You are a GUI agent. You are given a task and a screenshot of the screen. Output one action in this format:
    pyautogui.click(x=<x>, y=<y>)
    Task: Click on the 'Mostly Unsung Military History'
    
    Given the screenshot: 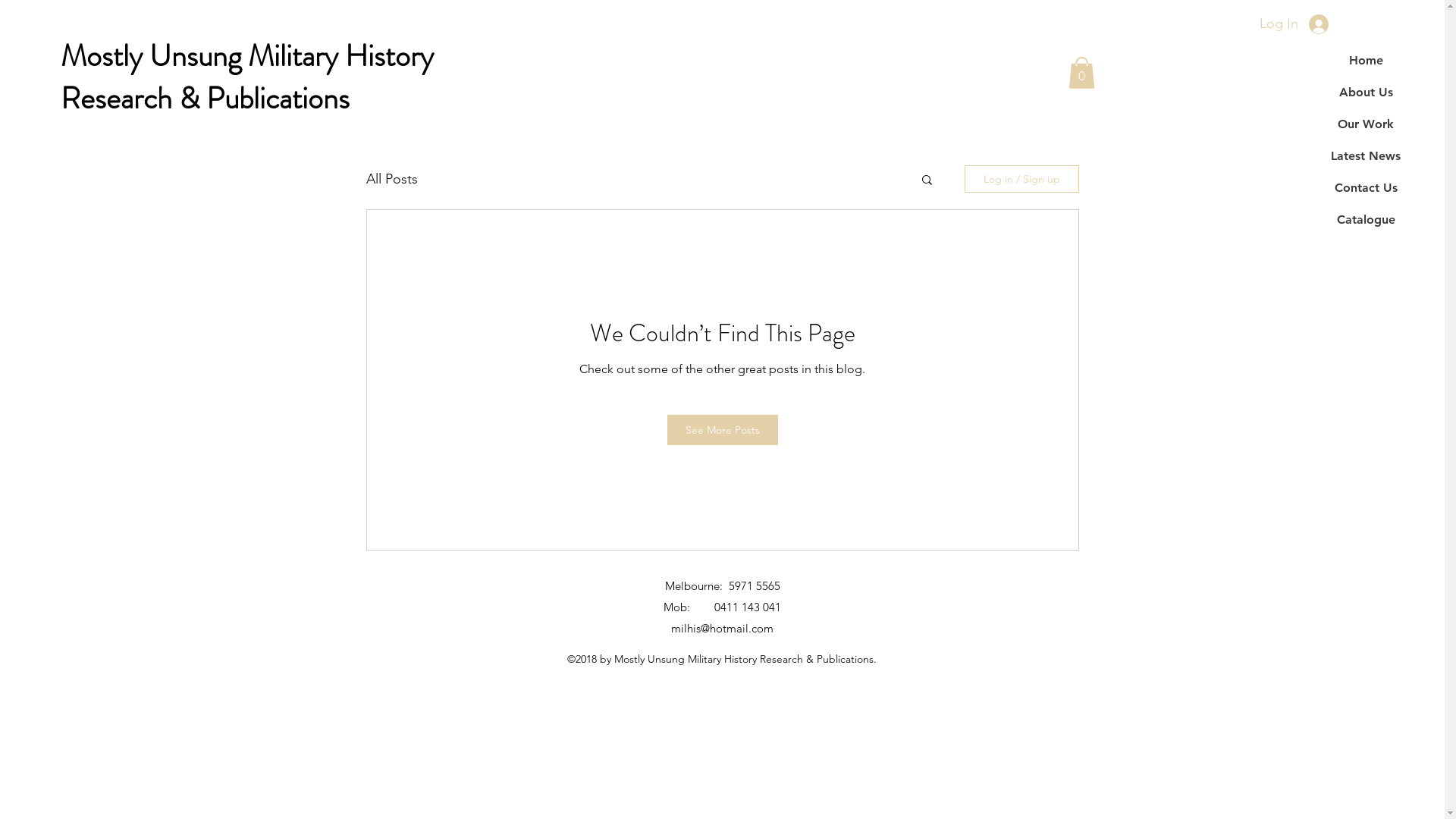 What is the action you would take?
    pyautogui.click(x=247, y=55)
    